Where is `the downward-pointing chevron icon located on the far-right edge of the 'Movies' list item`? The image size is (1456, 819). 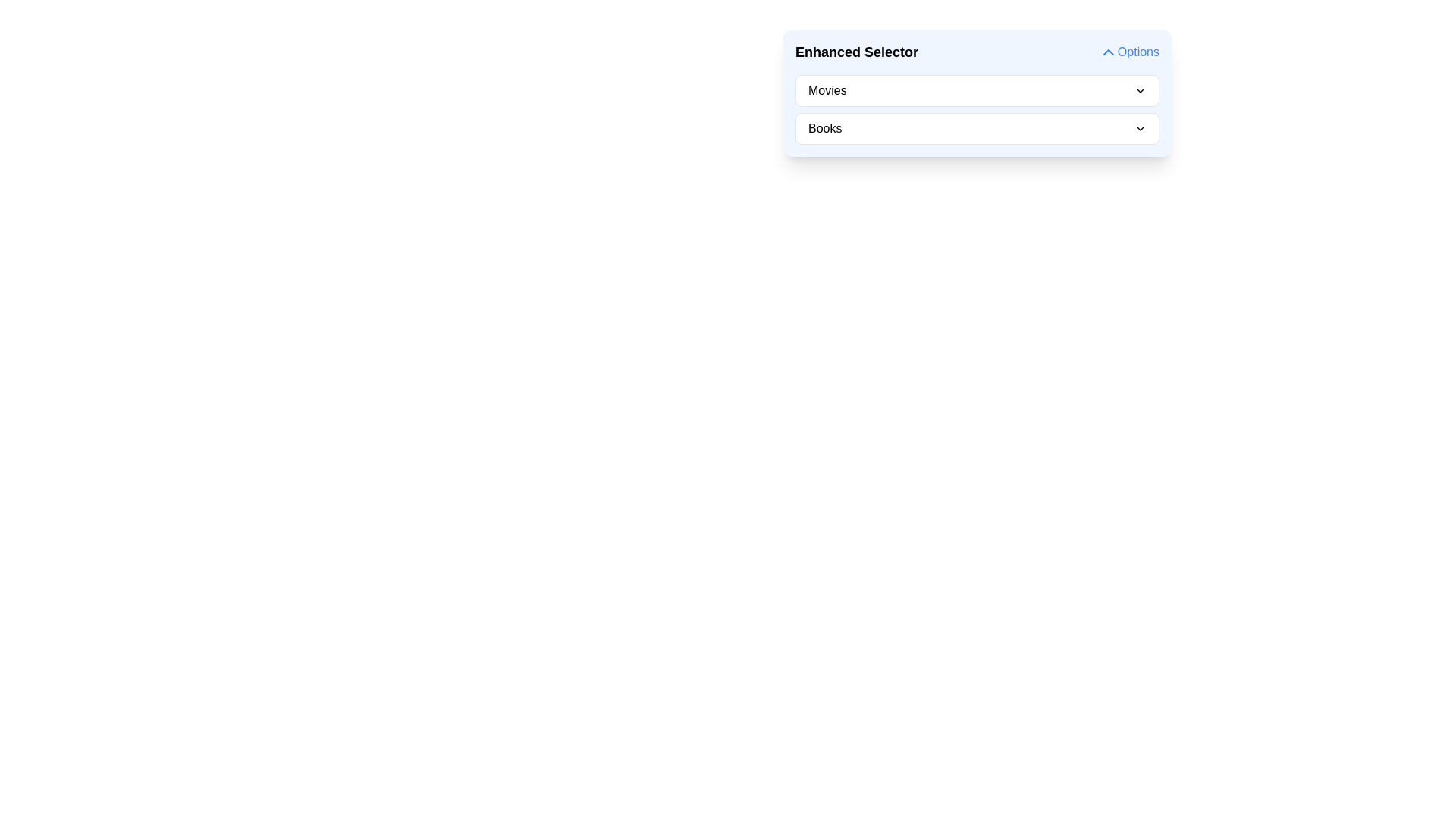
the downward-pointing chevron icon located on the far-right edge of the 'Movies' list item is located at coordinates (1140, 90).